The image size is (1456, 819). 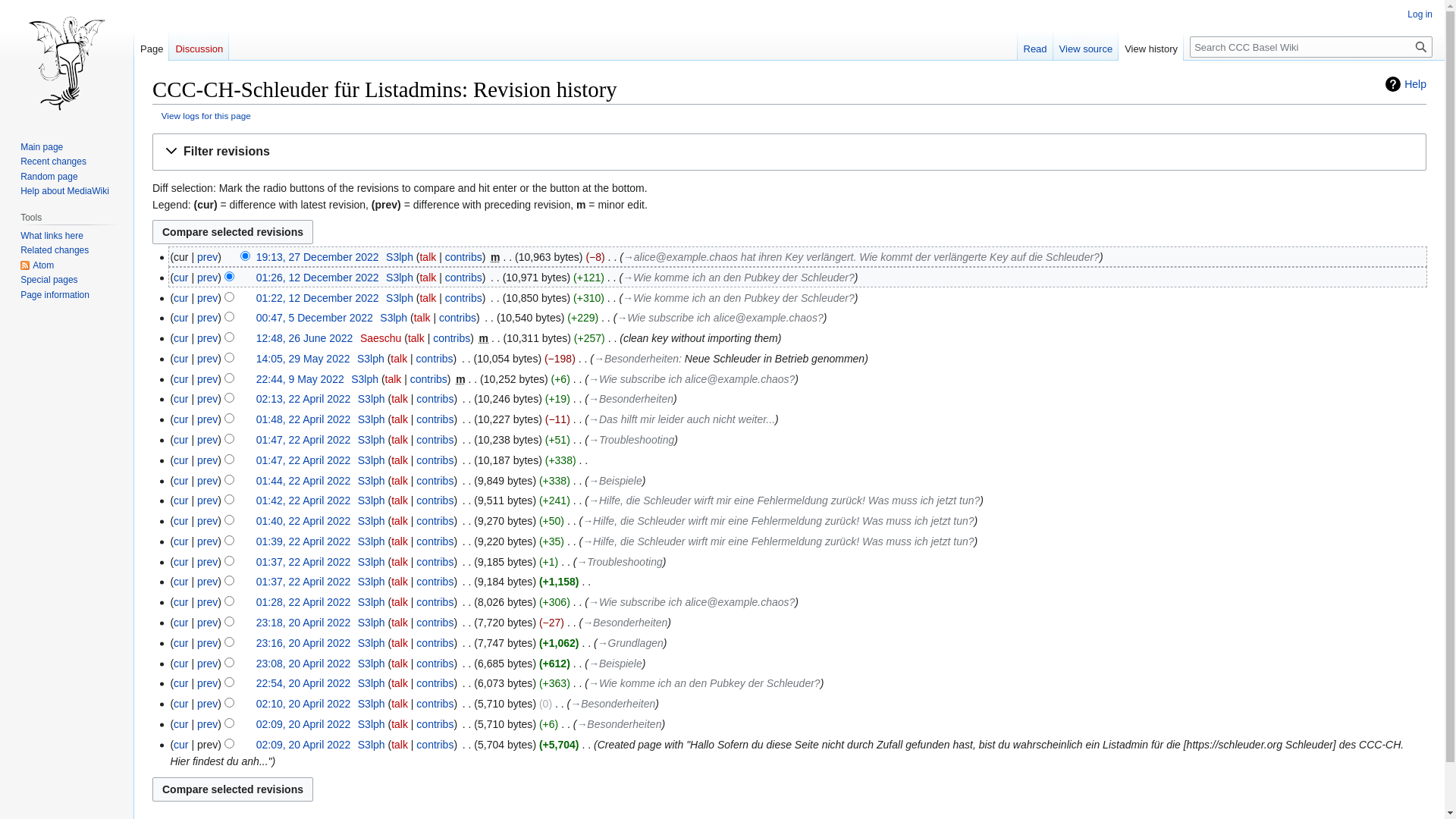 What do you see at coordinates (180, 744) in the screenshot?
I see `'cur'` at bounding box center [180, 744].